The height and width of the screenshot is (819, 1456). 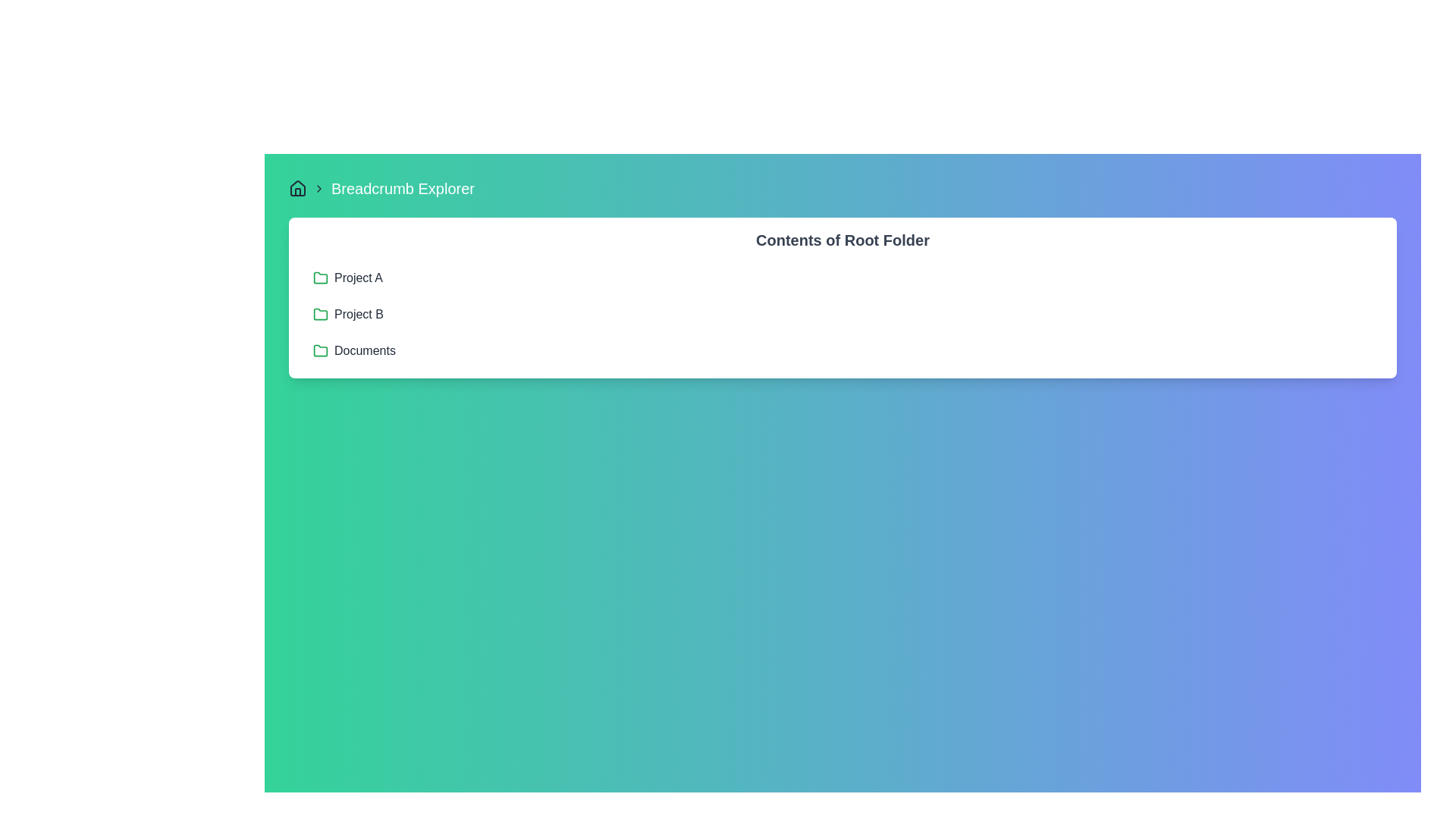 I want to click on the decorative folder icon that enhances the visual identification of the 'Project B' item, located on the left side of the text label in the vertical list, so click(x=319, y=314).